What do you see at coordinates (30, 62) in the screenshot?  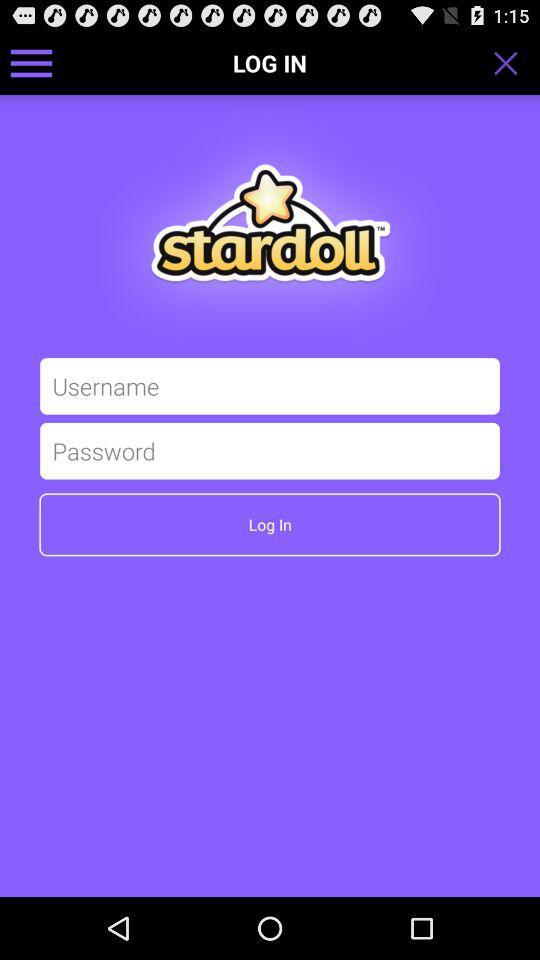 I see `icon to the left of log in icon` at bounding box center [30, 62].